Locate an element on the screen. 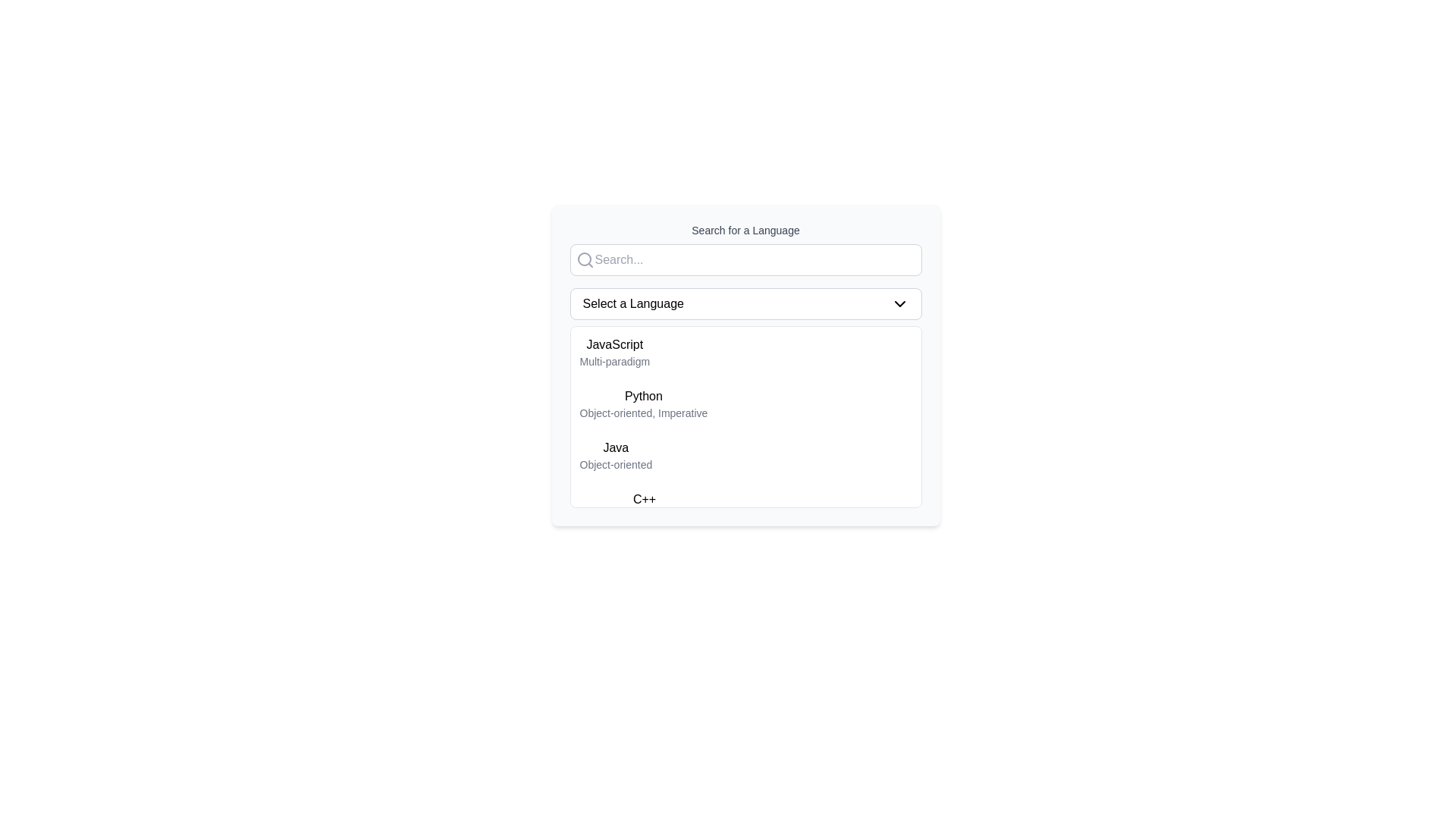 The image size is (1456, 819). the selectable programming language option 'C++' in the dropdown menu is located at coordinates (644, 507).